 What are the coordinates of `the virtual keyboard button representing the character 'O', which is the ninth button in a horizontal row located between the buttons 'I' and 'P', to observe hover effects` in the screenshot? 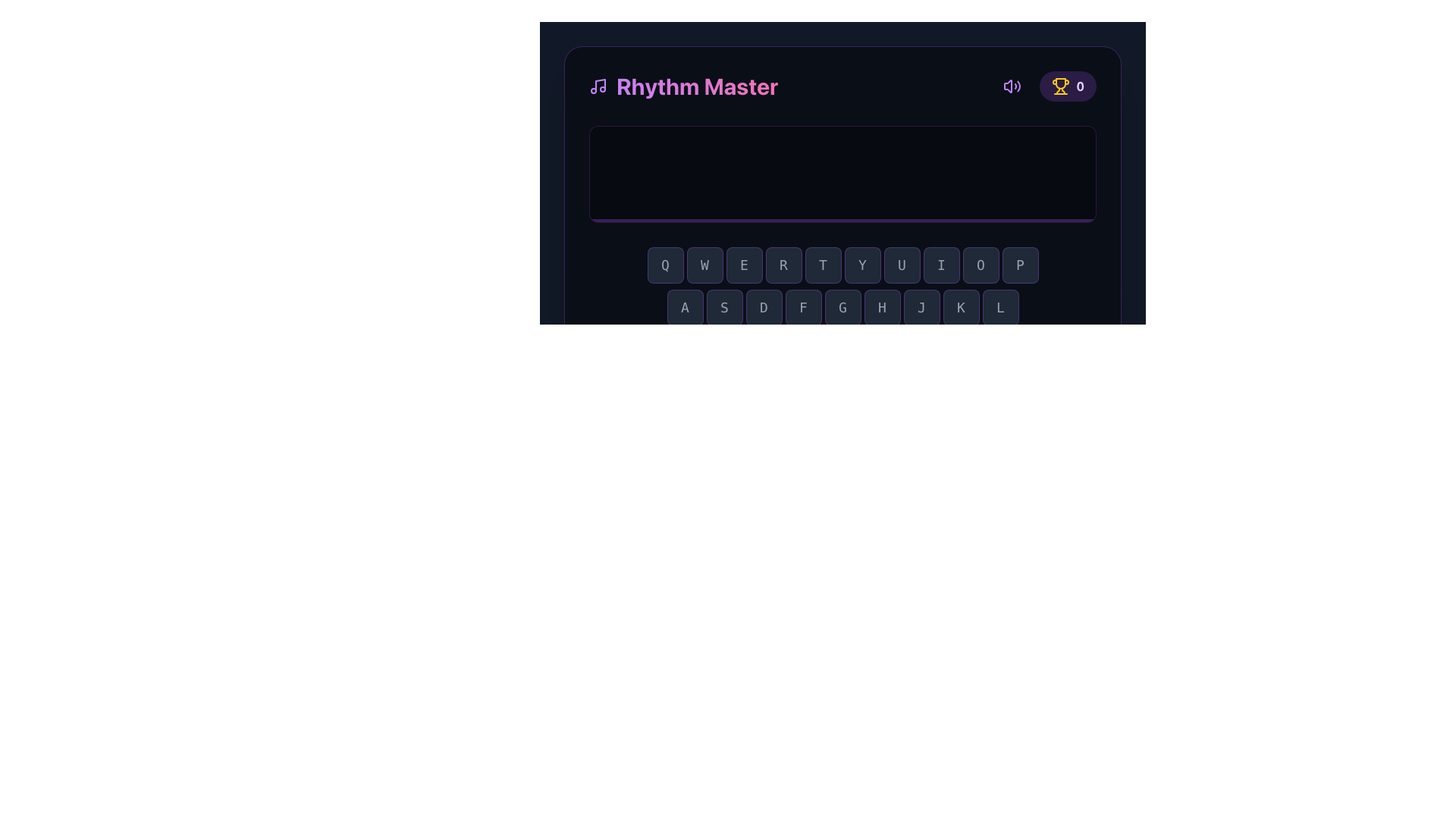 It's located at (981, 265).